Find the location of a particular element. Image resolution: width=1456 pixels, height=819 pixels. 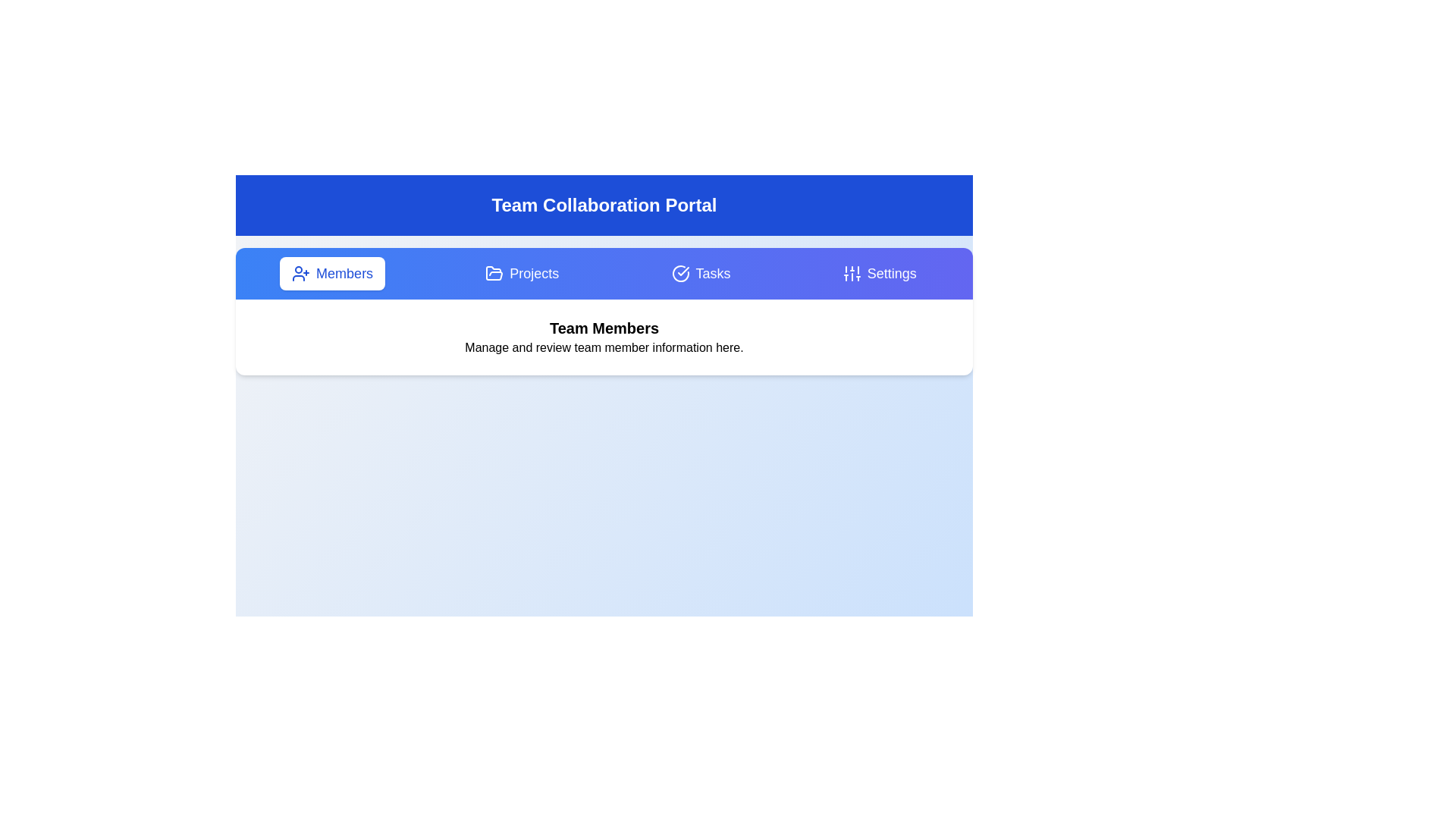

the text label displaying 'Tasks' which is styled with a larger font size and is located in the header section of the navigation bar, positioned between 'Projects' and 'Settings' is located at coordinates (712, 274).